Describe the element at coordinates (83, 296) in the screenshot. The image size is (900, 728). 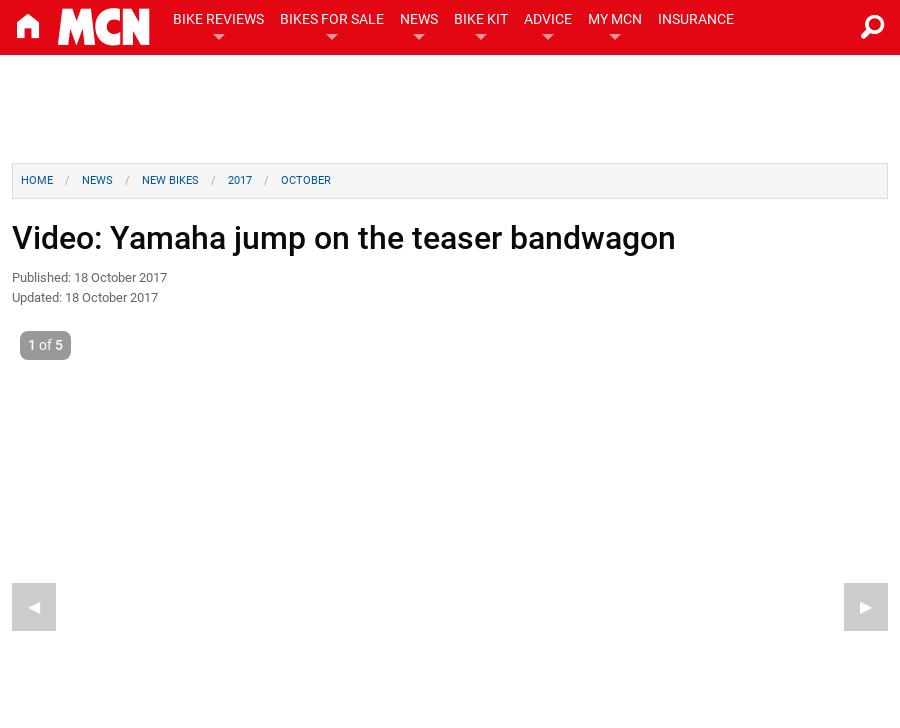
I see `'Updated: 18 October 2017'` at that location.